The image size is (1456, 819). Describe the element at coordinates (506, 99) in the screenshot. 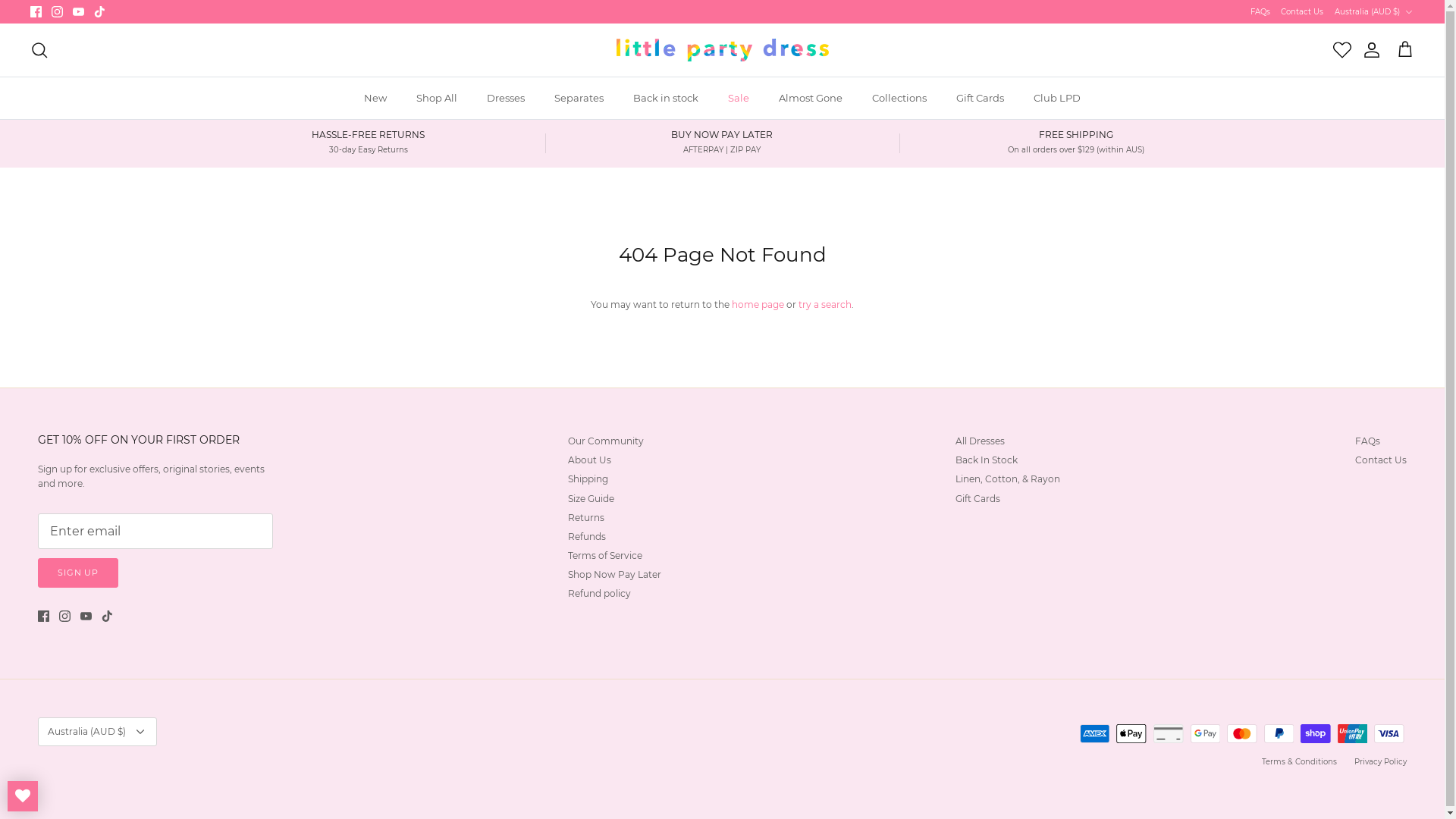

I see `'Dresses'` at that location.